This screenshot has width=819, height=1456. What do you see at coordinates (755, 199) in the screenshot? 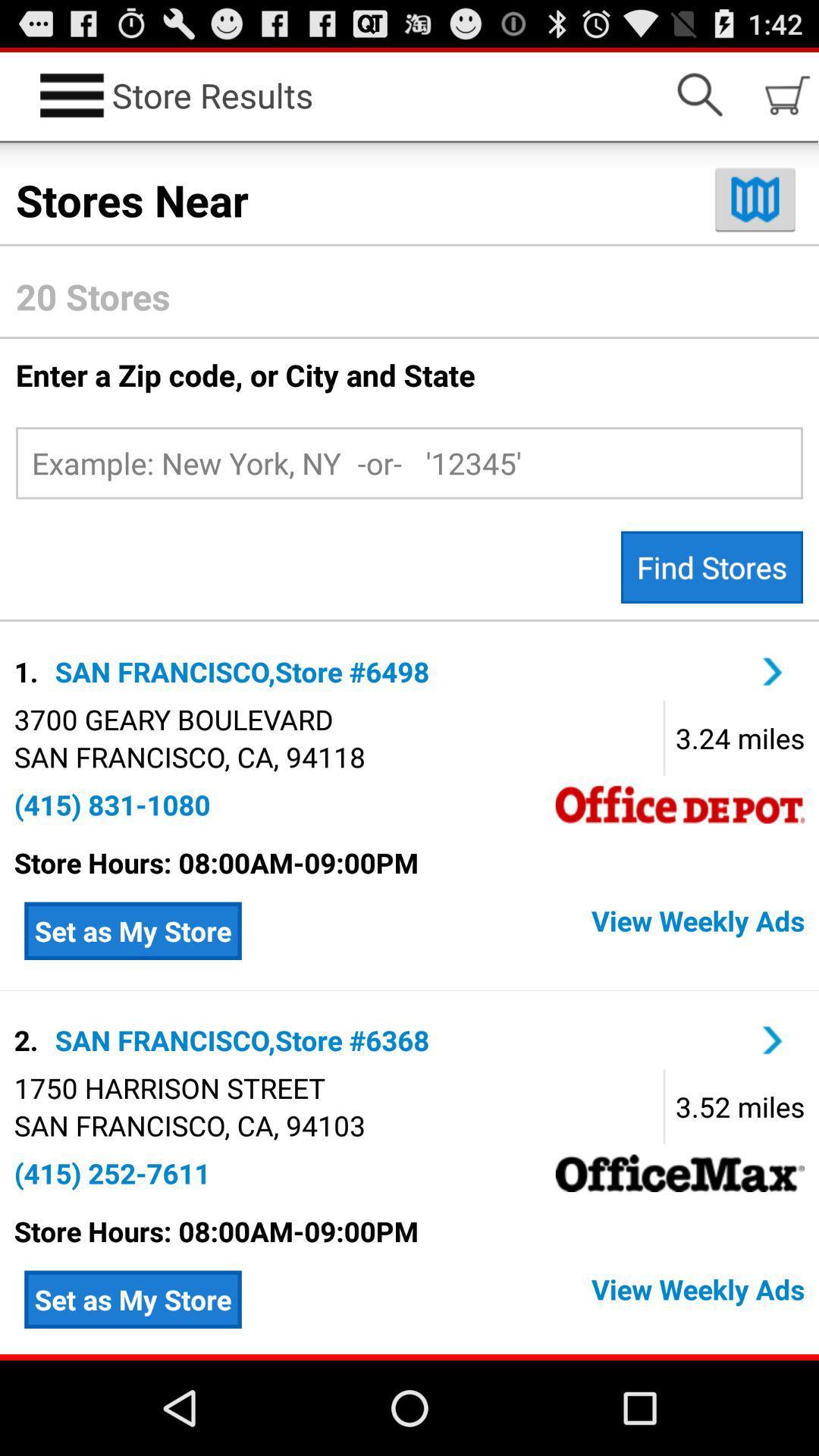
I see `open map` at bounding box center [755, 199].